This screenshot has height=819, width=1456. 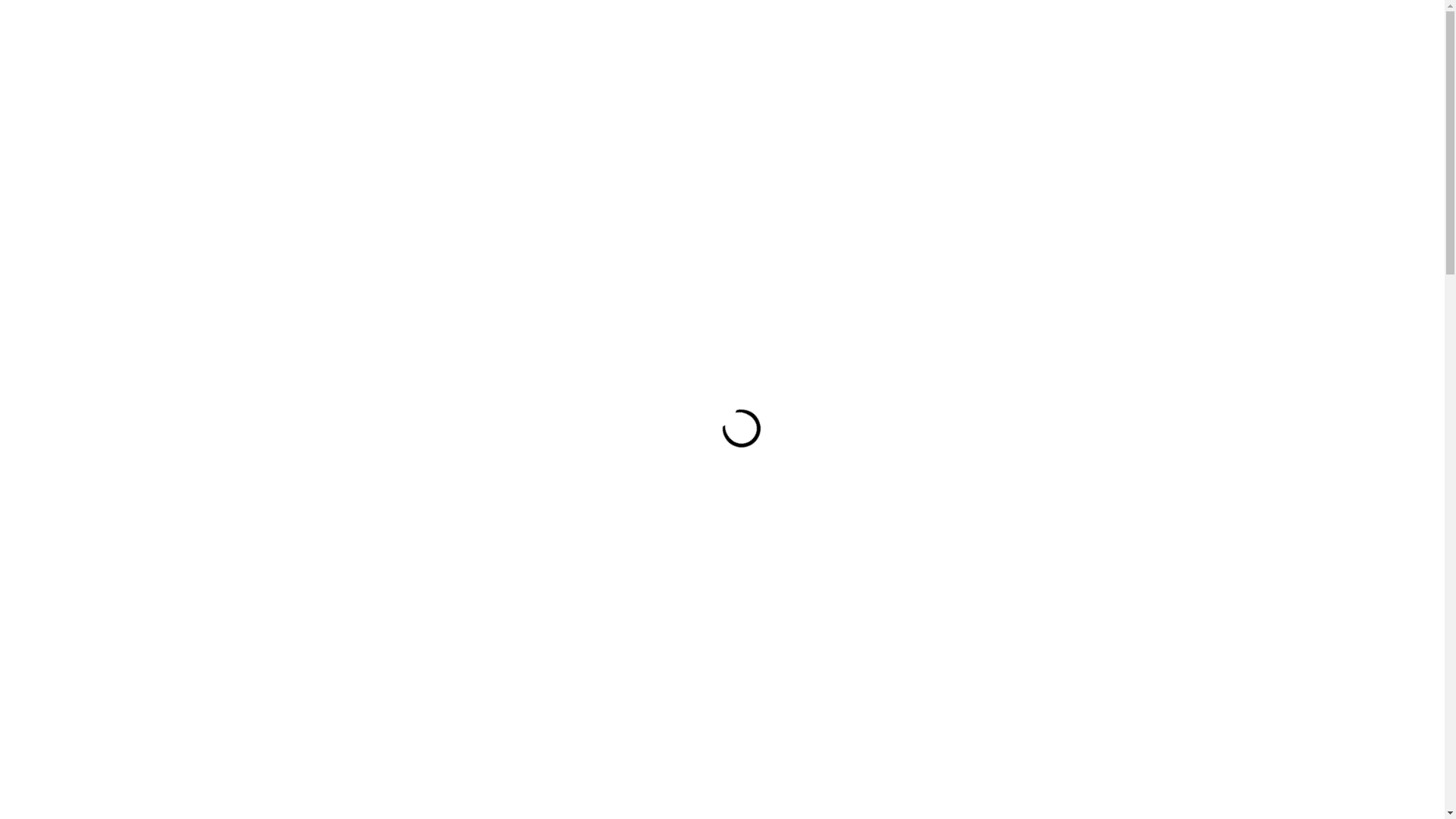 What do you see at coordinates (670, 110) in the screenshot?
I see `'window'` at bounding box center [670, 110].